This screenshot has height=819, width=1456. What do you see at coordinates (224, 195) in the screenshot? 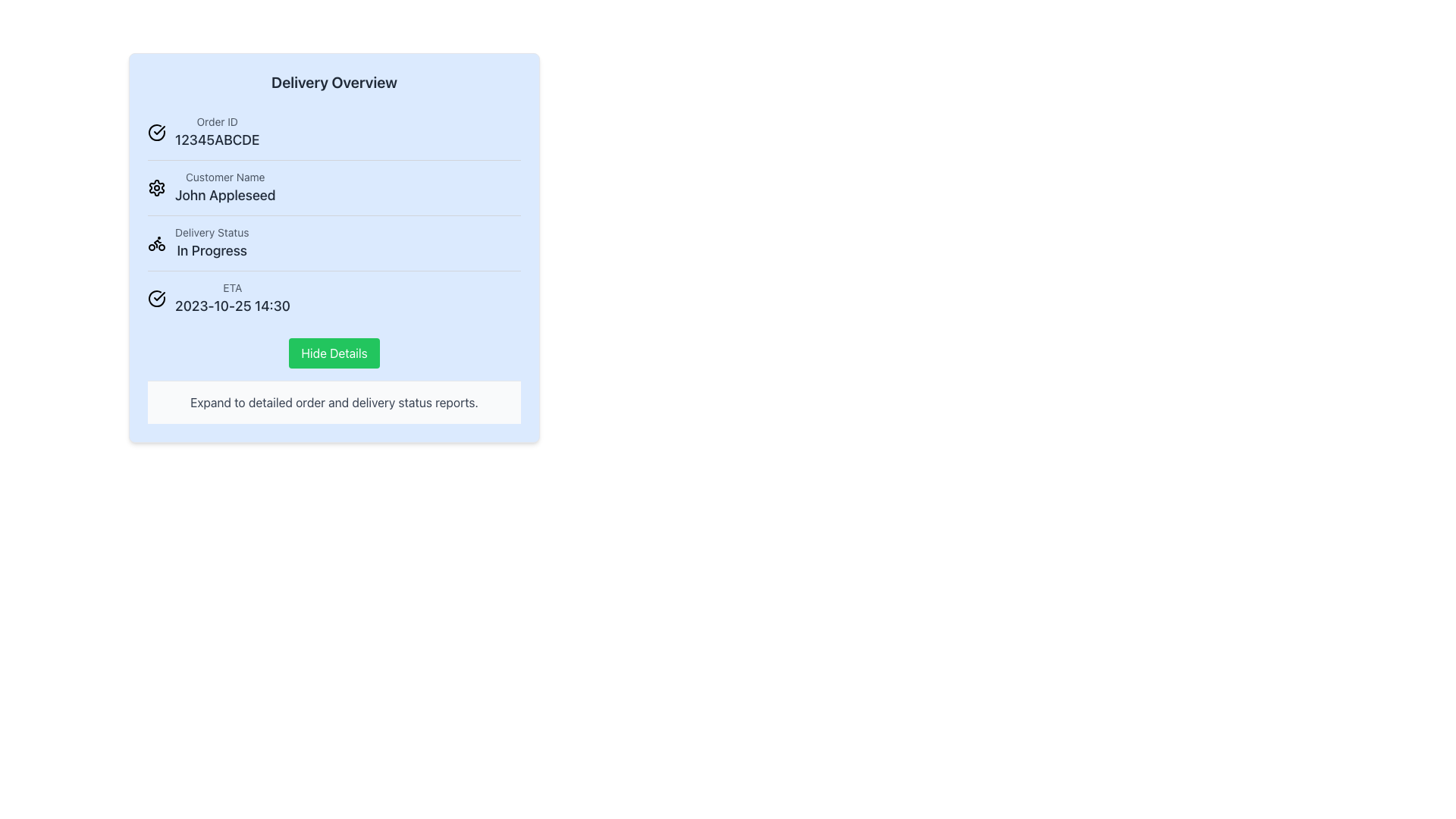
I see `the text label displaying 'John Appleseed', which is styled in bold dark gray and located beneath the 'Customer Name' label` at bounding box center [224, 195].